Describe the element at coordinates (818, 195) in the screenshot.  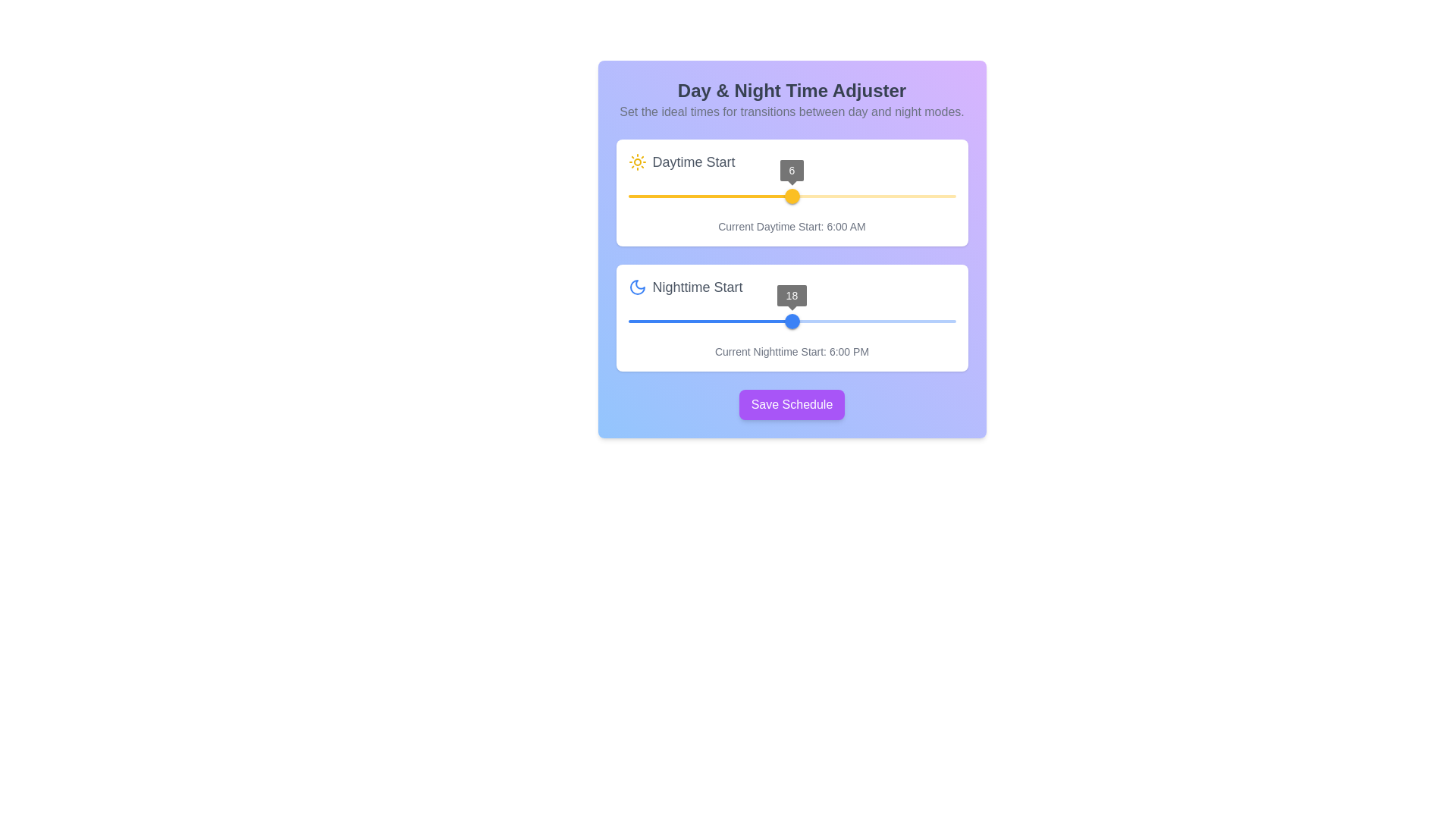
I see `the daytime start` at that location.